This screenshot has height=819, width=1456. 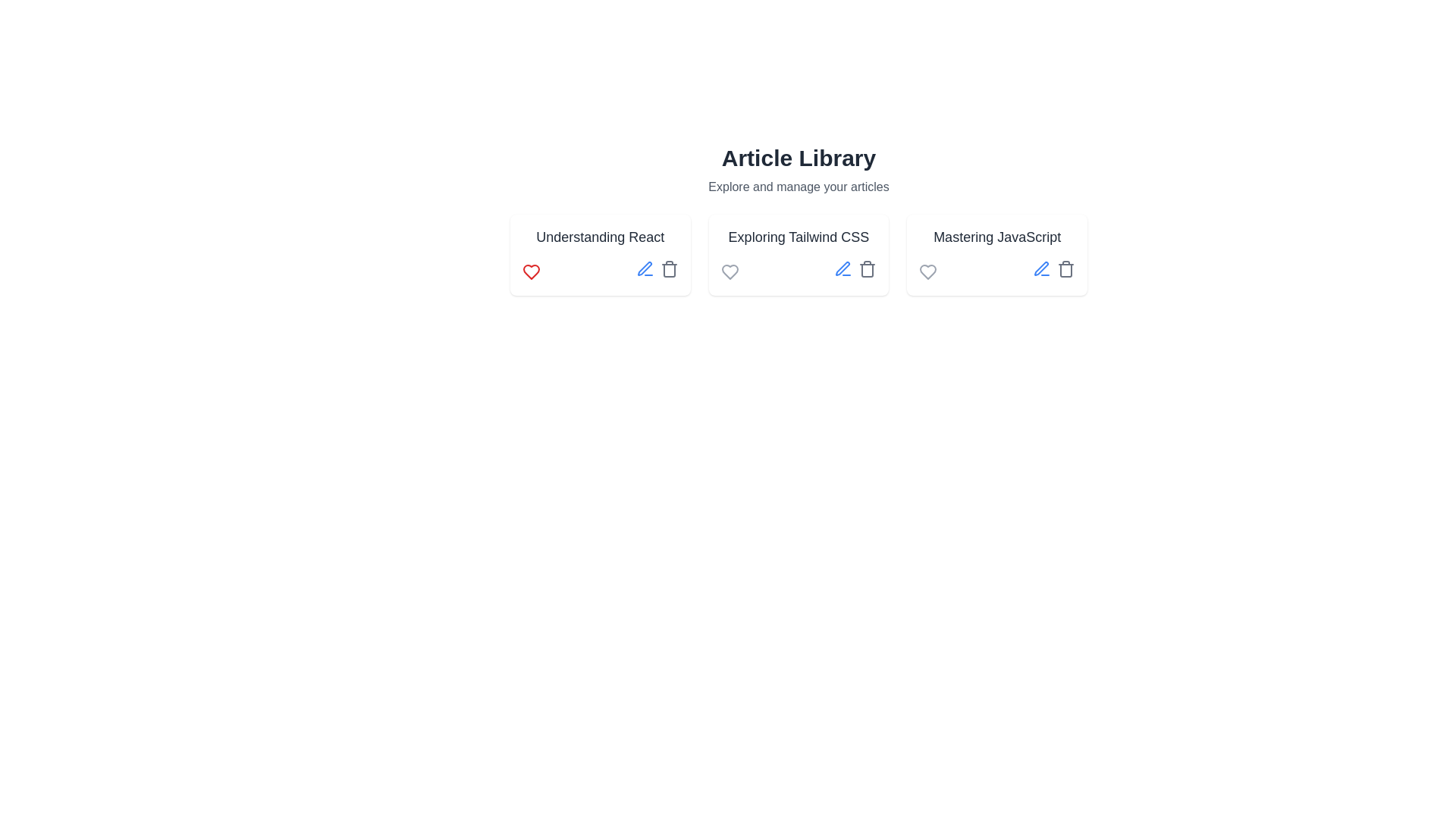 I want to click on the 'favorite' or 'like' button icon located below the 'Understanding React' heading in the first card of the article library layout, so click(x=531, y=271).